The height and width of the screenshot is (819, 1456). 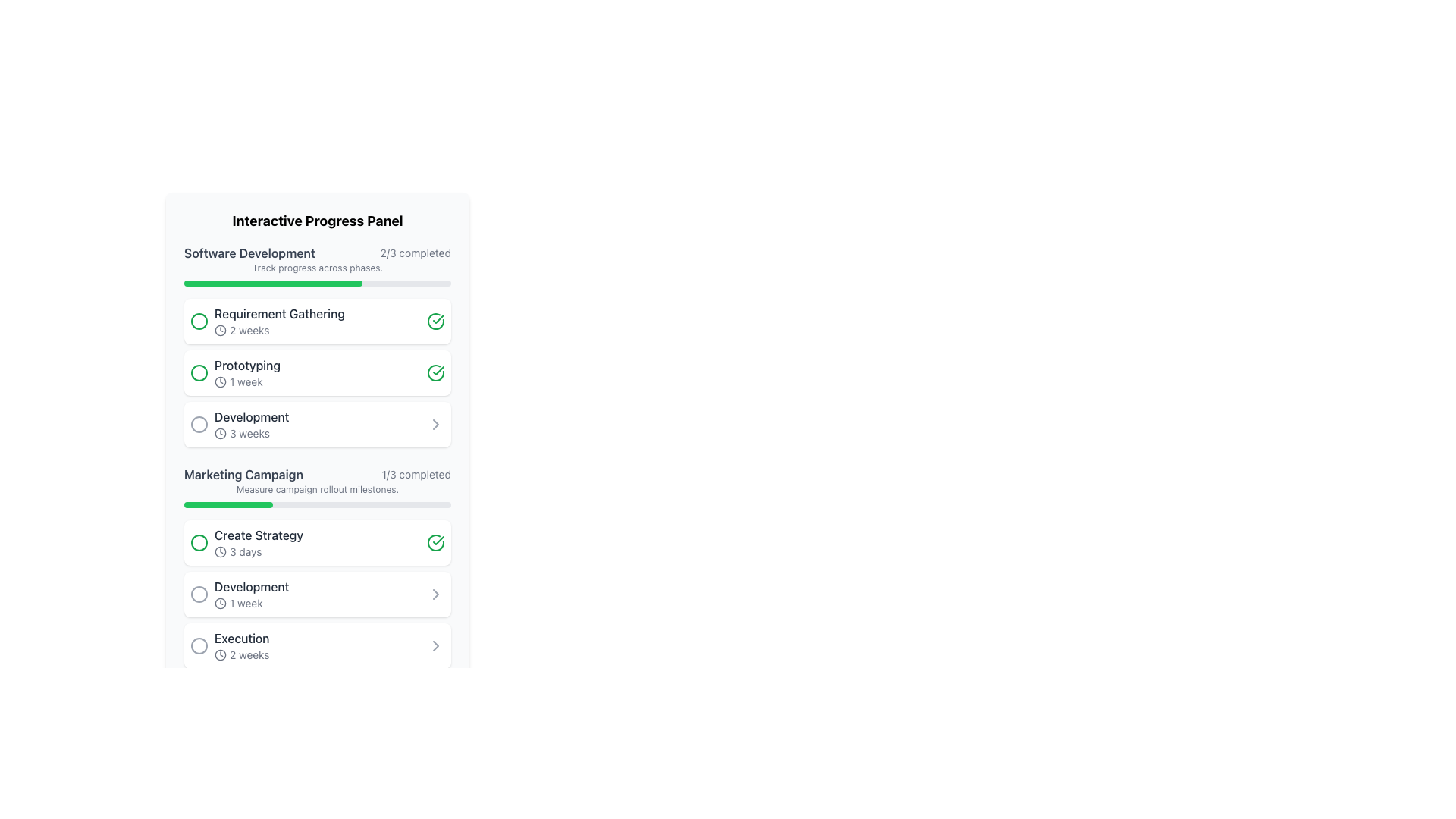 What do you see at coordinates (316, 284) in the screenshot?
I see `the horizontally oriented progress bar located beneath the label 'Track progress across phases.' and the section title 'Software Development 2/3 completed'` at bounding box center [316, 284].